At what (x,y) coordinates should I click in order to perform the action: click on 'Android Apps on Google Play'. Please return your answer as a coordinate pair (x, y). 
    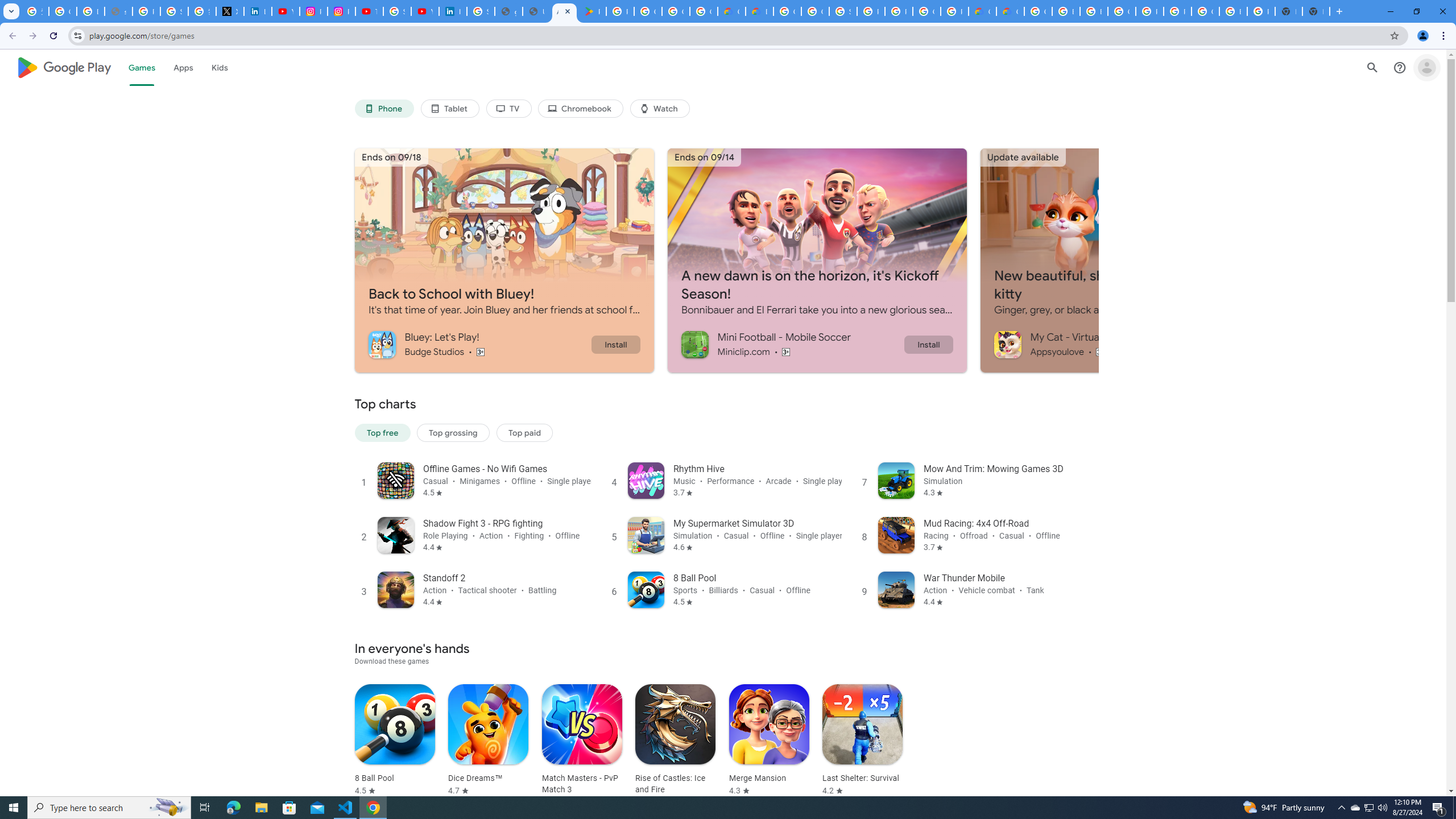
    Looking at the image, I should click on (564, 11).